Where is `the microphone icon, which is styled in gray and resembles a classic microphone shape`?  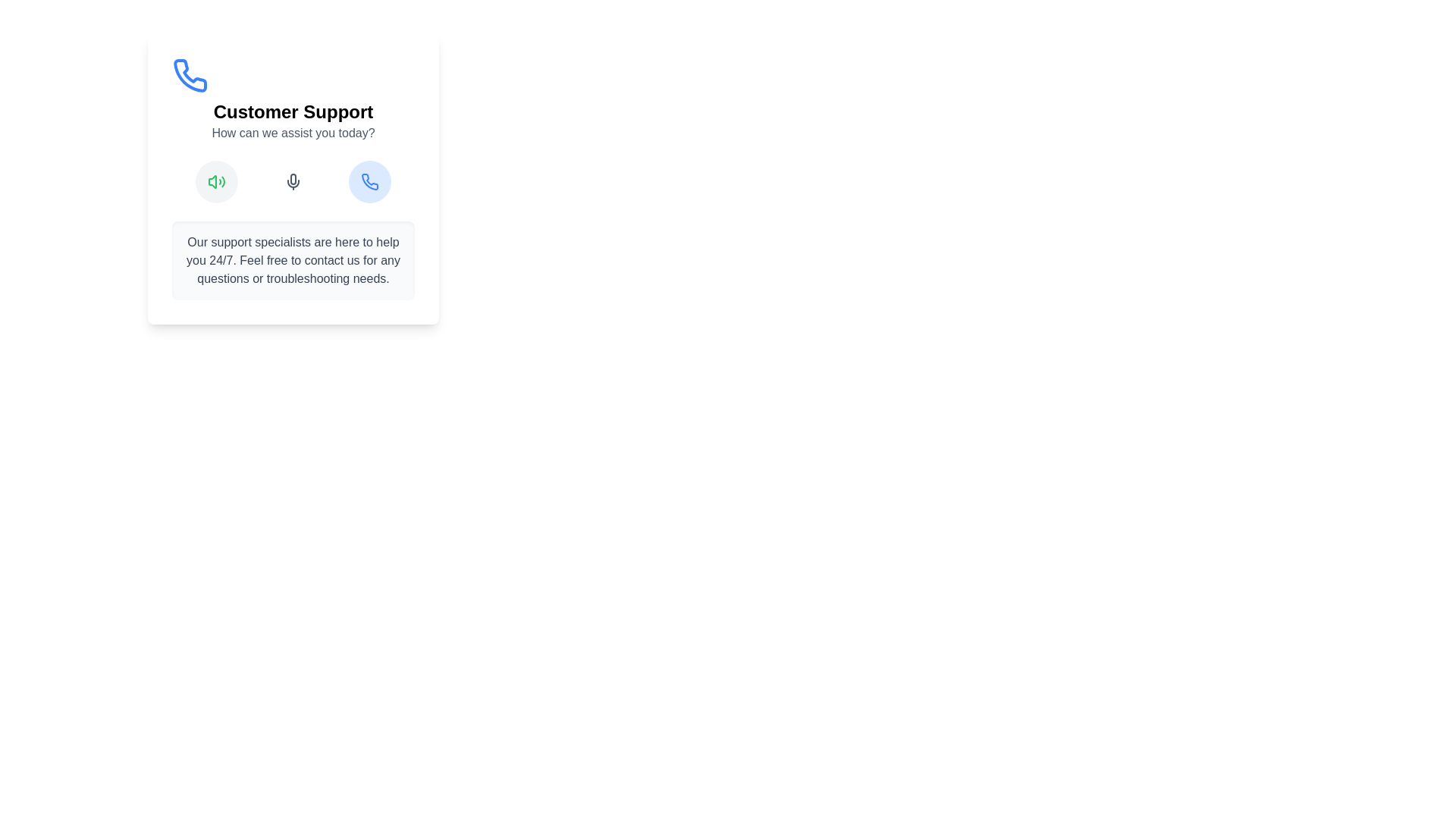 the microphone icon, which is styled in gray and resembles a classic microphone shape is located at coordinates (293, 180).